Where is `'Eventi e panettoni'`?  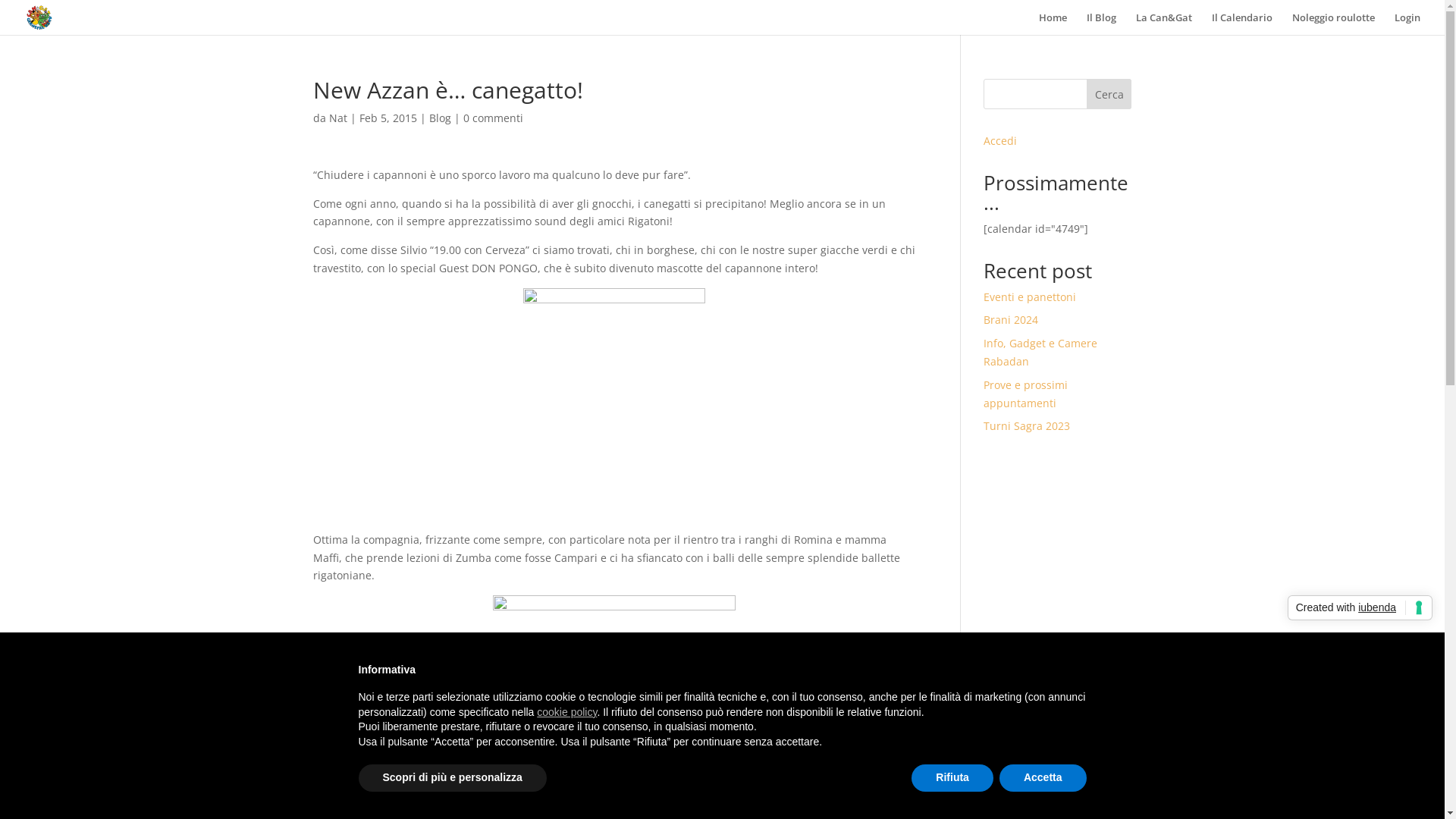
'Eventi e panettoni' is located at coordinates (983, 297).